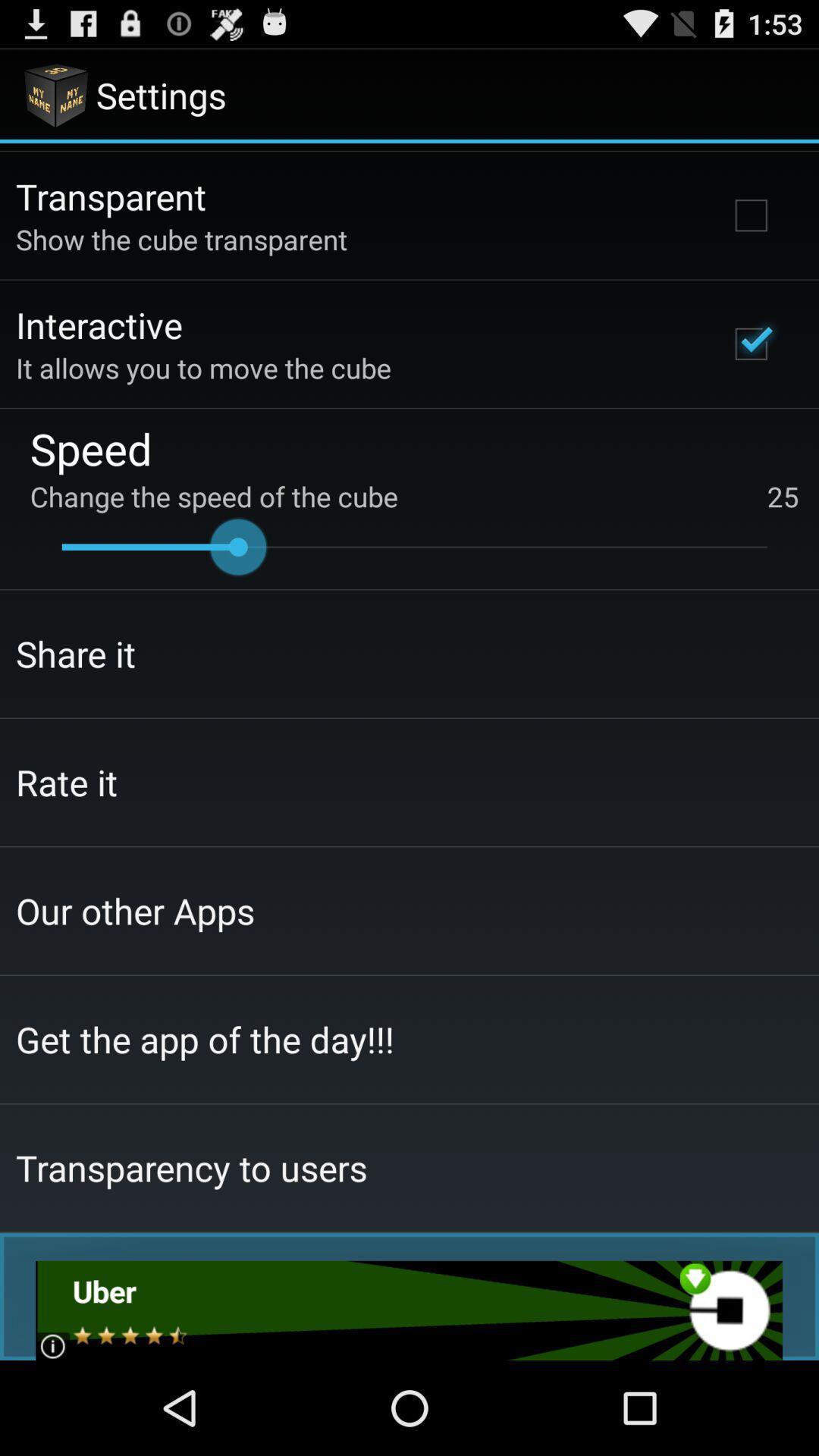  What do you see at coordinates (414, 546) in the screenshot?
I see `the icon above the share it app` at bounding box center [414, 546].